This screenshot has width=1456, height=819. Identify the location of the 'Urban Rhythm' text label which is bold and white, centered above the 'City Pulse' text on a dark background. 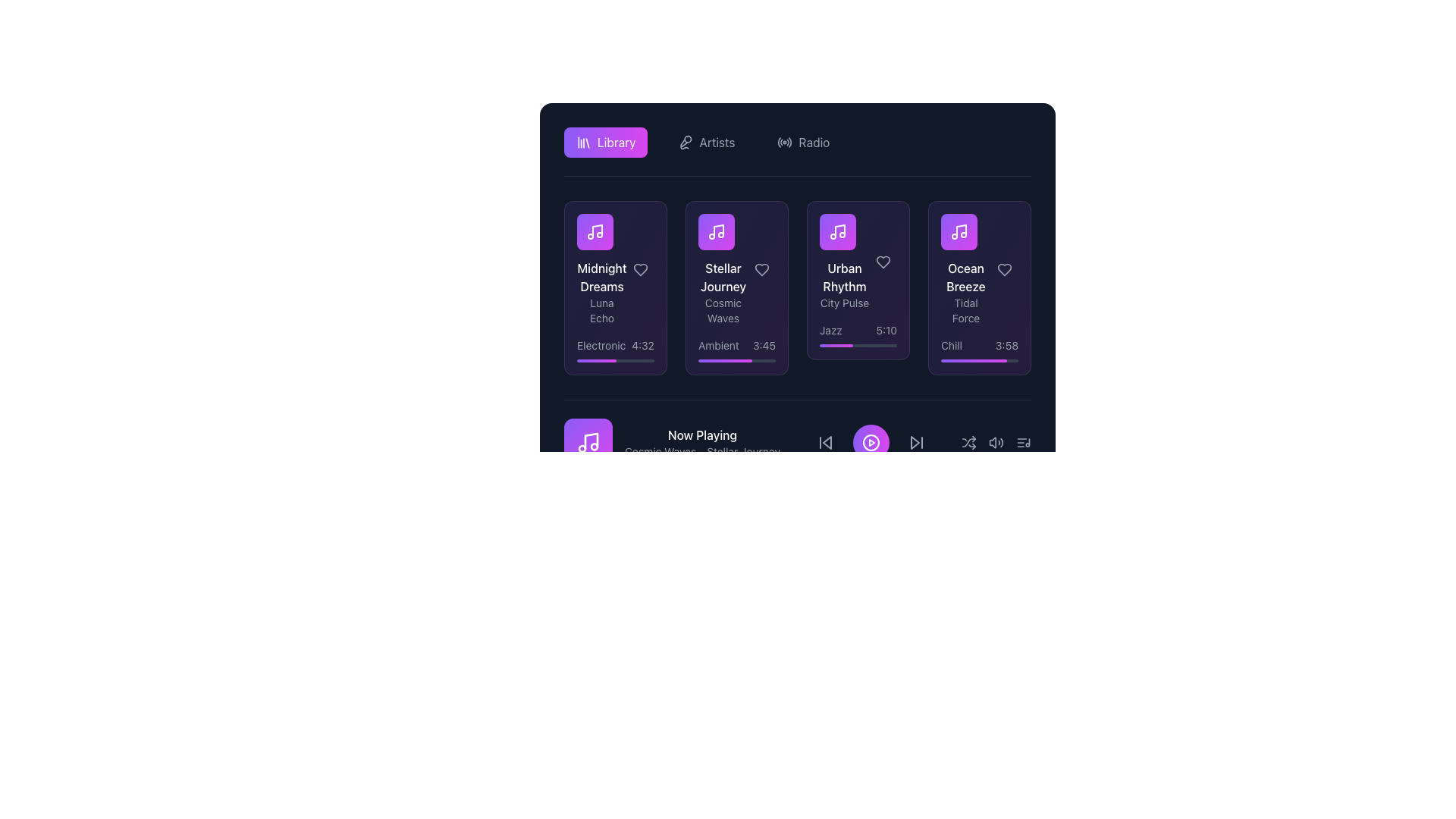
(843, 278).